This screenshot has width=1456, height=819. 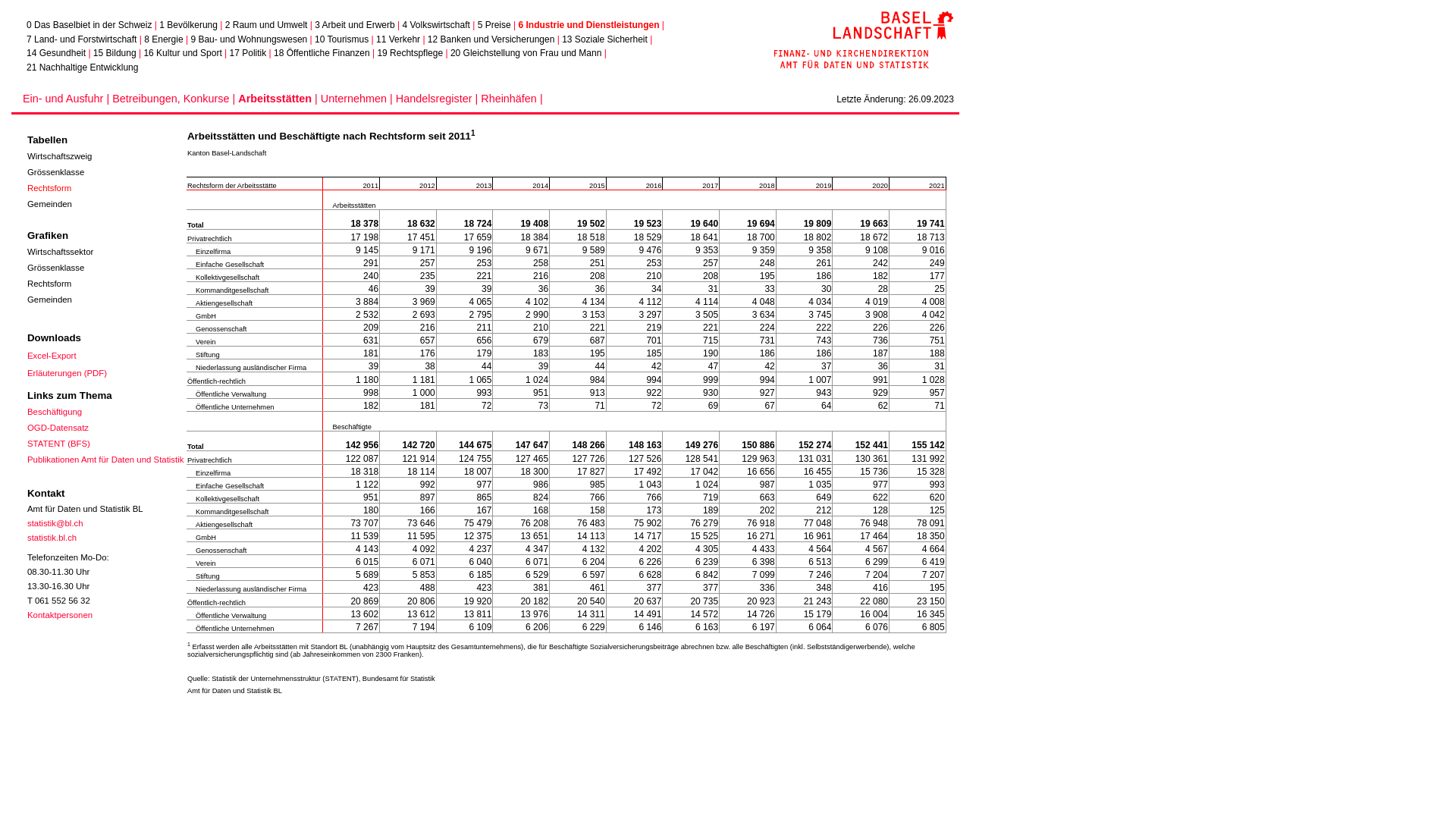 What do you see at coordinates (375, 38) in the screenshot?
I see `'11 Verkehr'` at bounding box center [375, 38].